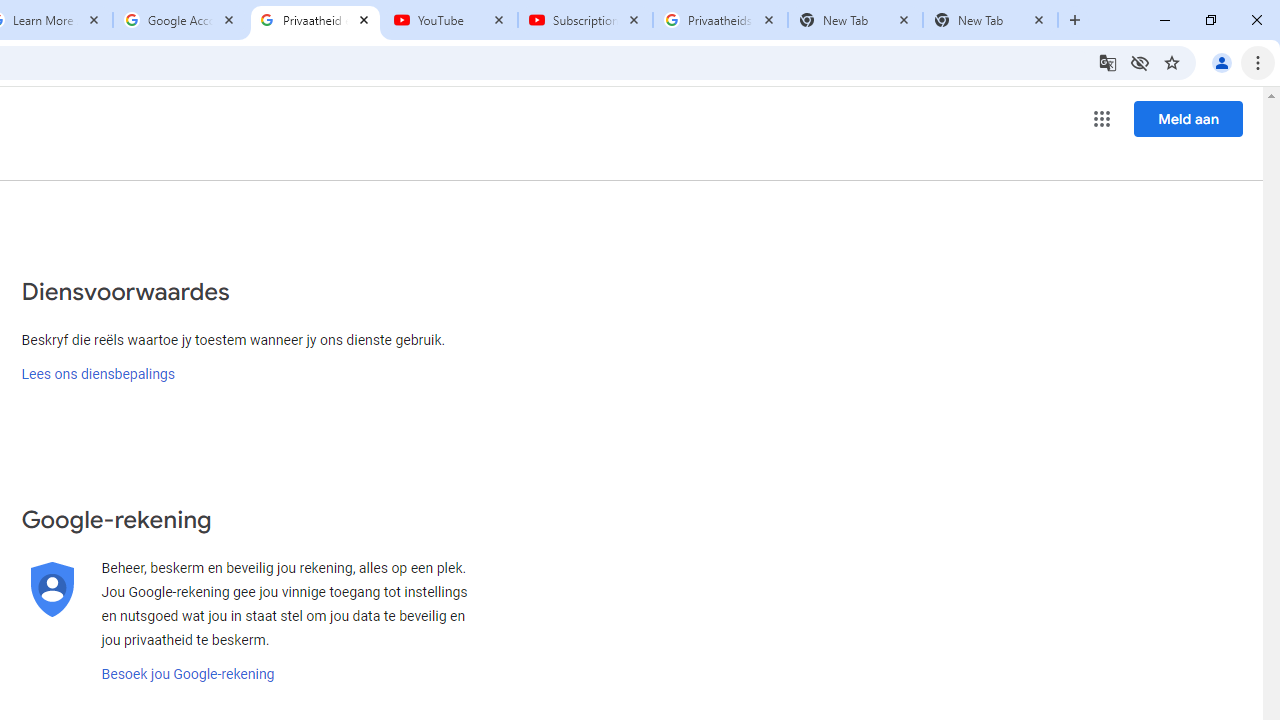 This screenshot has width=1280, height=720. Describe the element at coordinates (990, 20) in the screenshot. I see `'New Tab'` at that location.